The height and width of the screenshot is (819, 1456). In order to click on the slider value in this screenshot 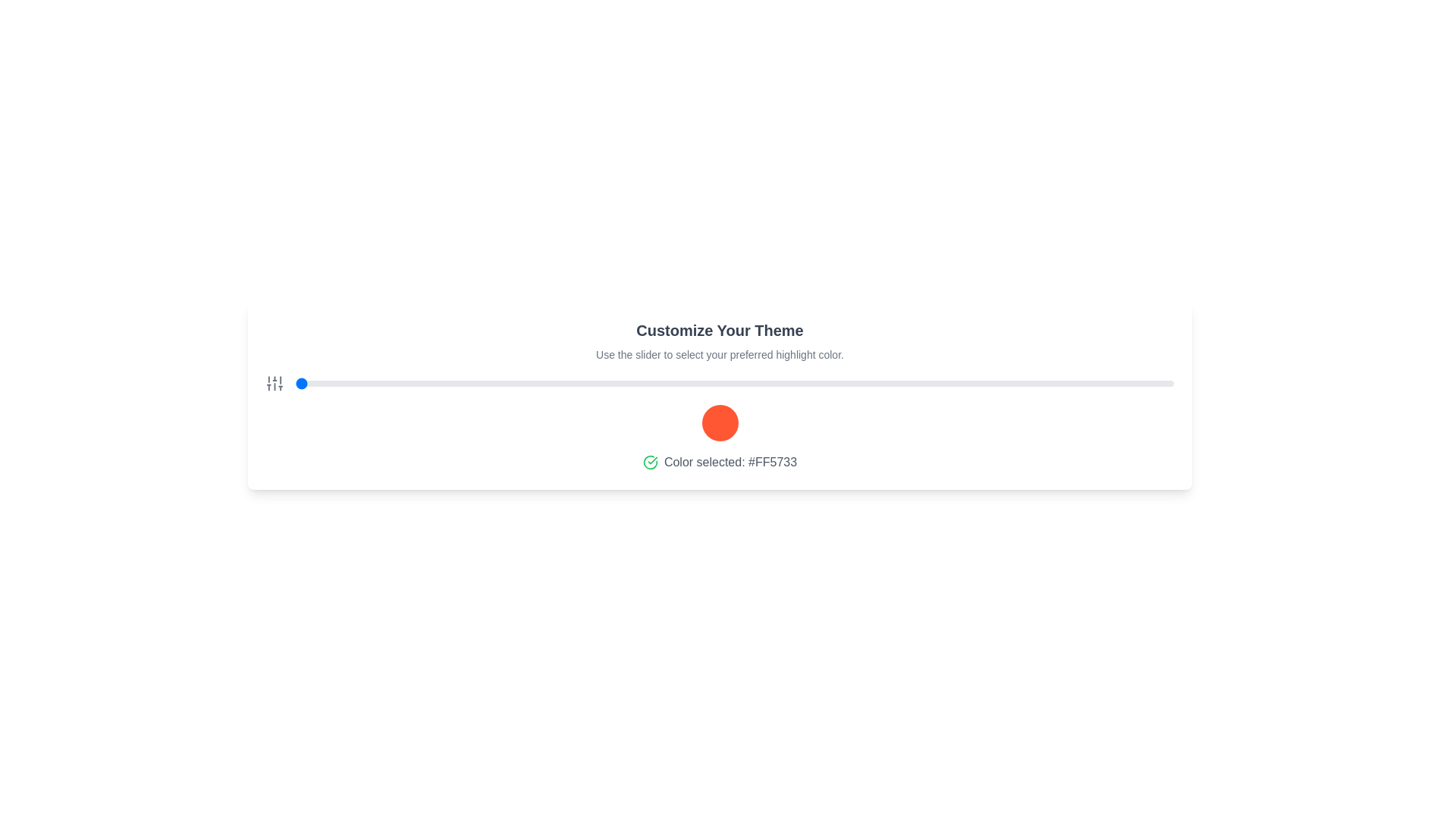, I will do `click(695, 382)`.